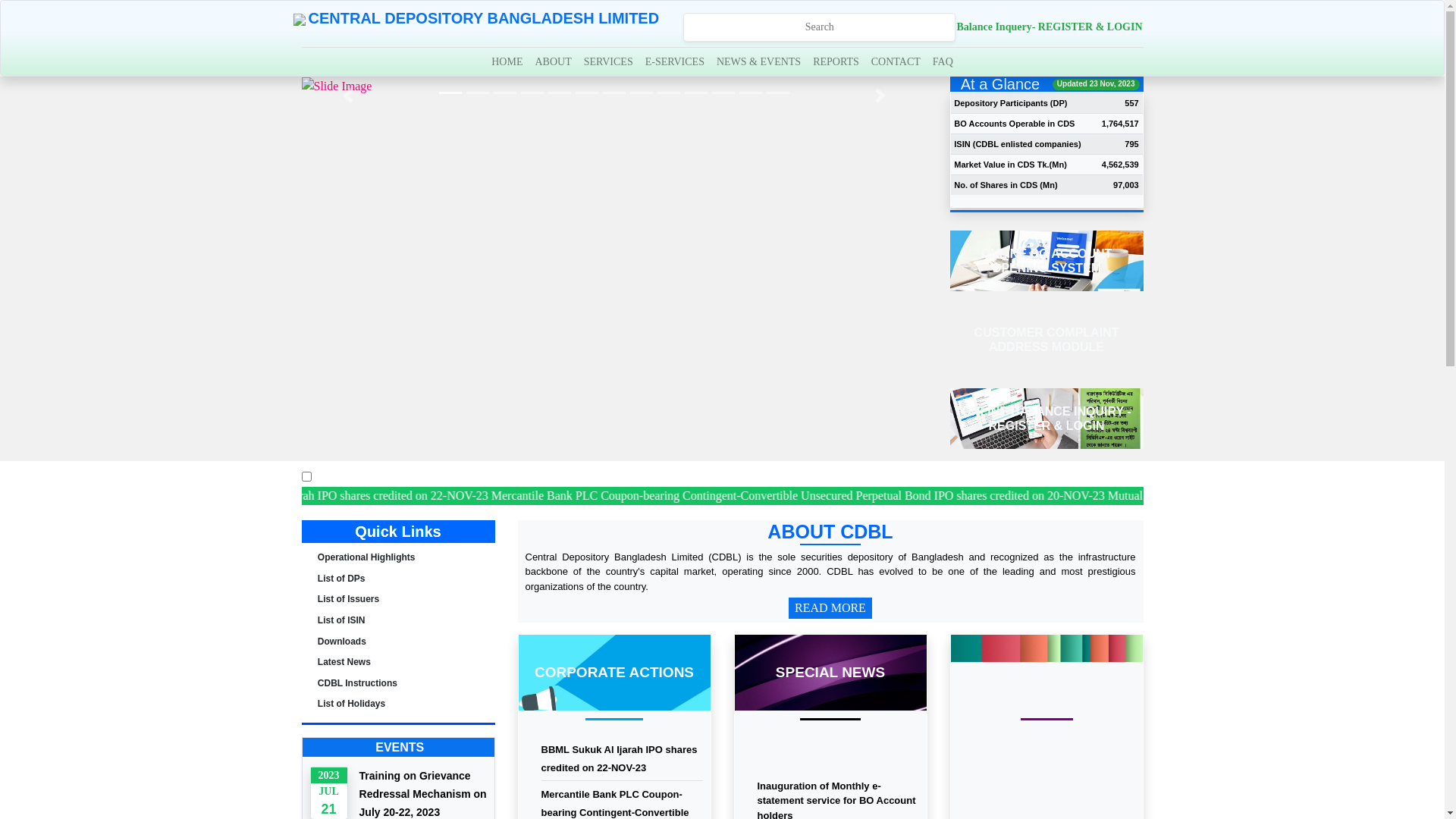 This screenshot has width=1456, height=819. I want to click on 'BBML Sukuk Al Ijarah IPO shares credited on 22-NOV-23', so click(619, 758).